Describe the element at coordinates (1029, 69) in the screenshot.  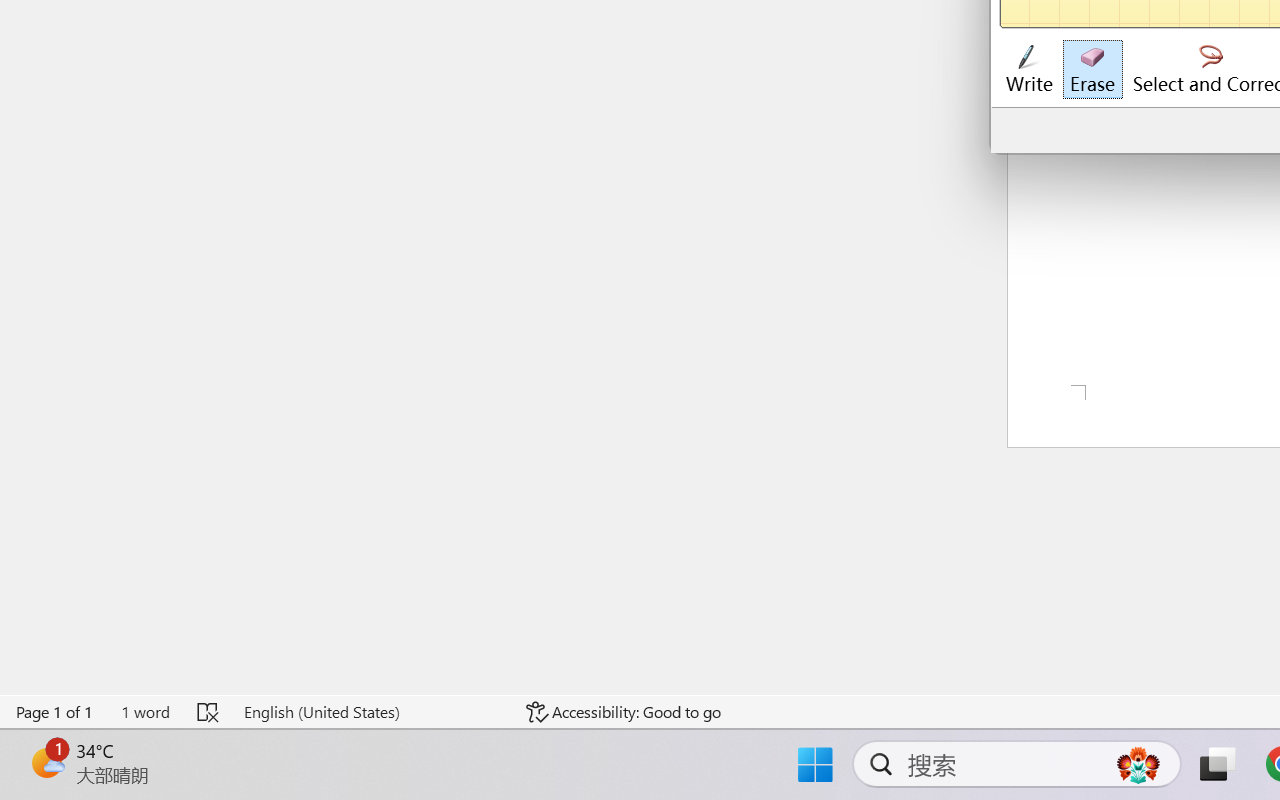
I see `'Write'` at that location.